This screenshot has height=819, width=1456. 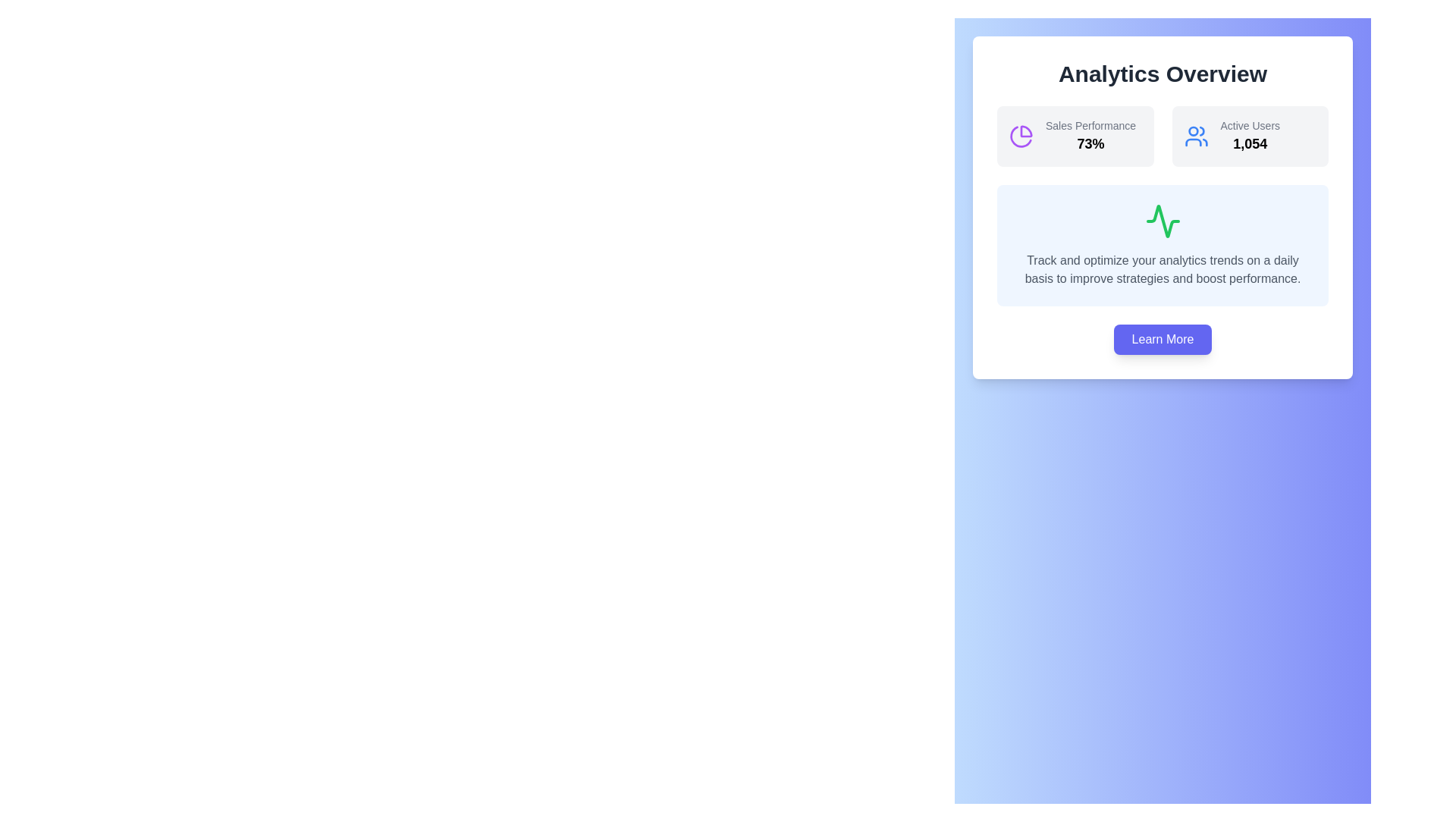 What do you see at coordinates (1162, 338) in the screenshot?
I see `the 'Learn More' button located at the bottom of the card panel` at bounding box center [1162, 338].